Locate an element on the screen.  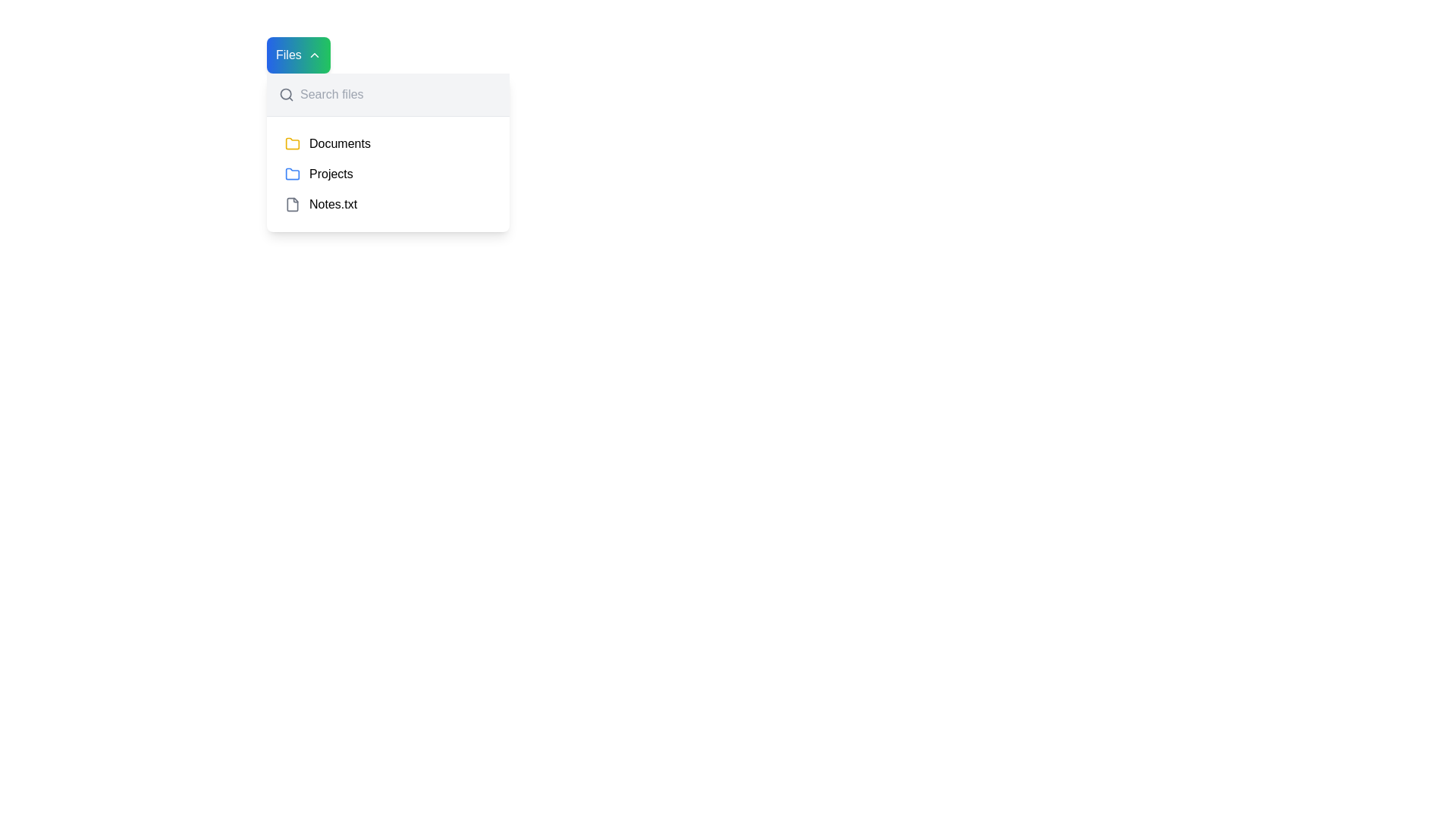
the Search Bar located at the top of the dropdown menu interface to focus on it for input is located at coordinates (388, 94).